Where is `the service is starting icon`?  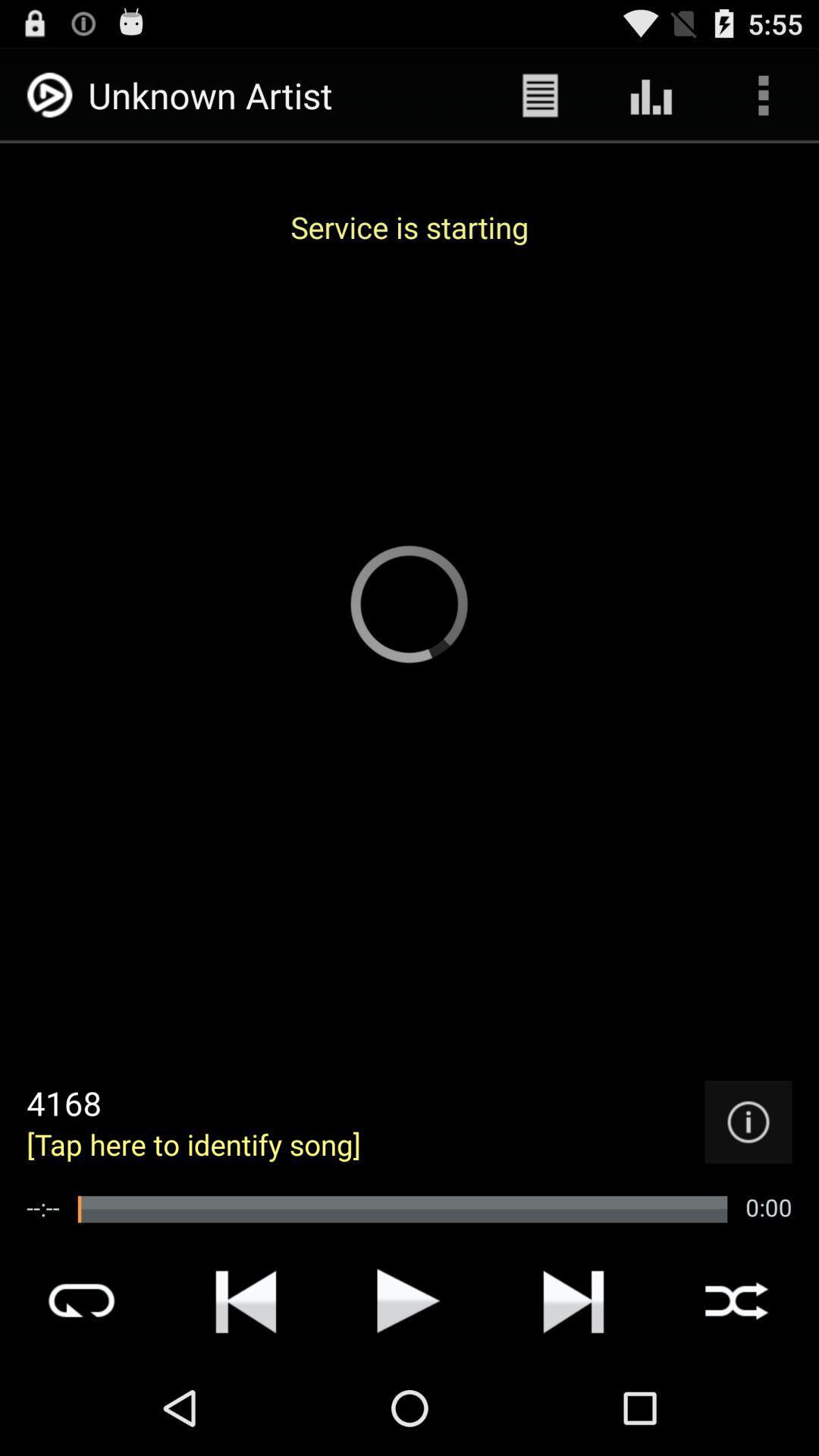 the service is starting icon is located at coordinates (409, 226).